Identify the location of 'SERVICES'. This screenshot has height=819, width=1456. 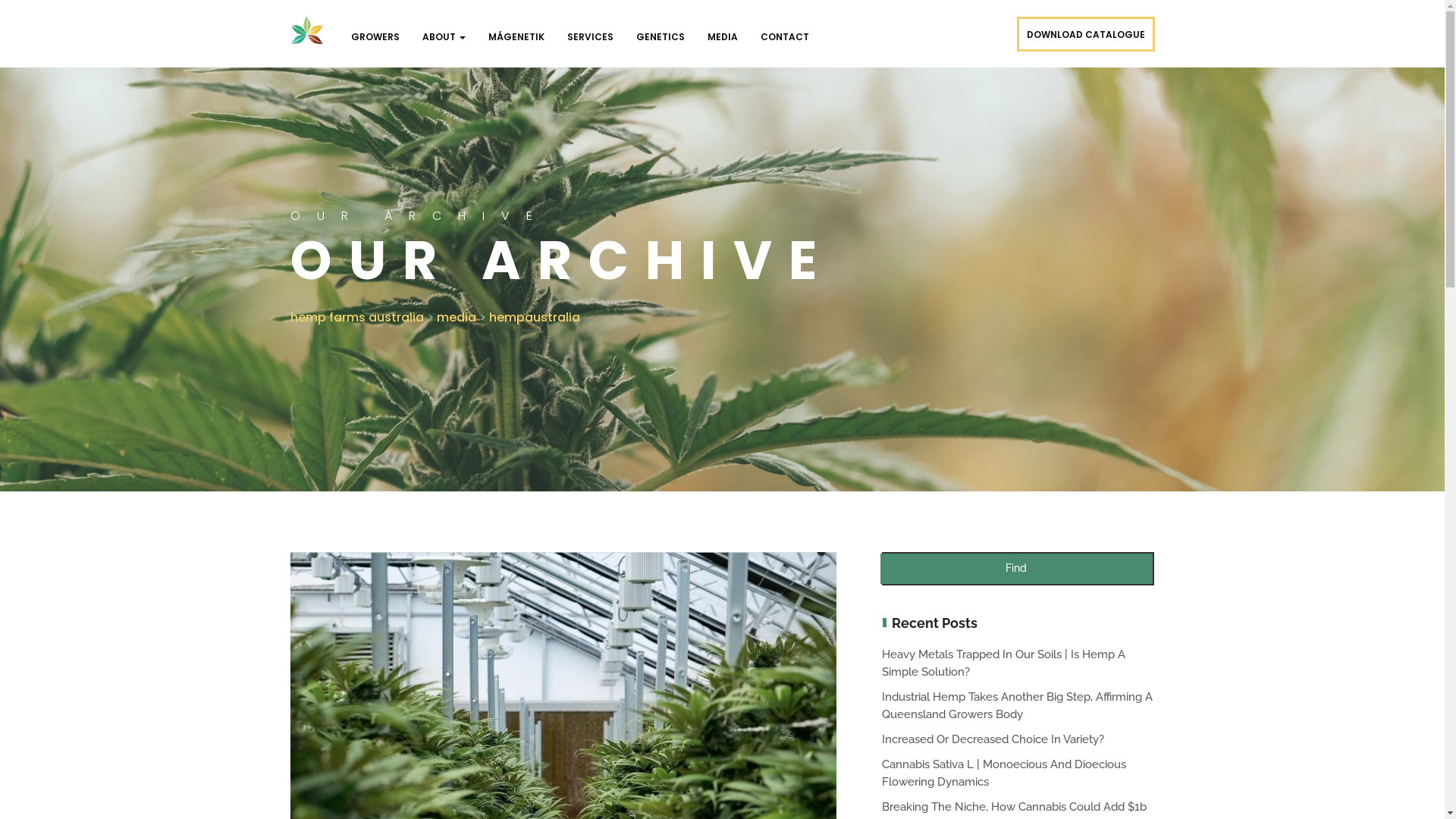
(588, 36).